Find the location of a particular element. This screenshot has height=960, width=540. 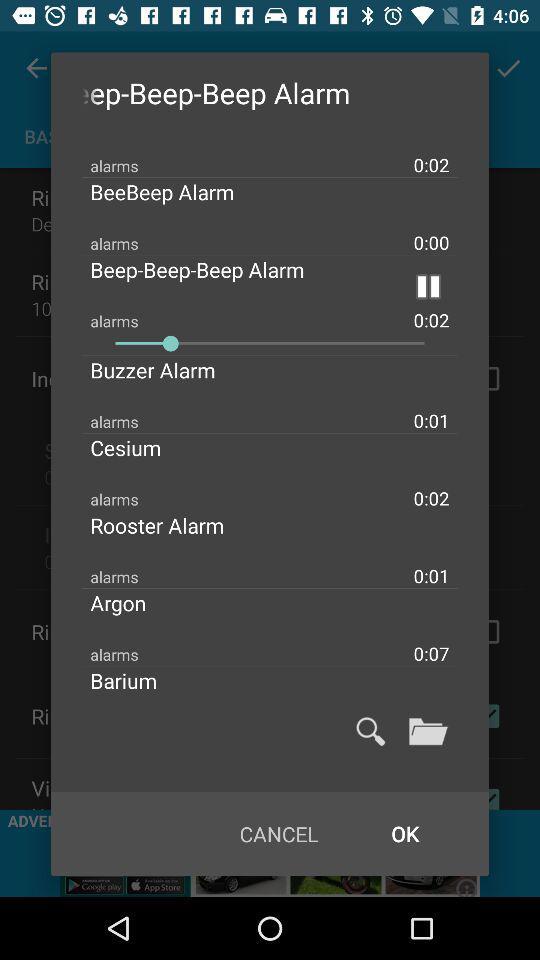

icon next to beep beep beep item is located at coordinates (427, 285).